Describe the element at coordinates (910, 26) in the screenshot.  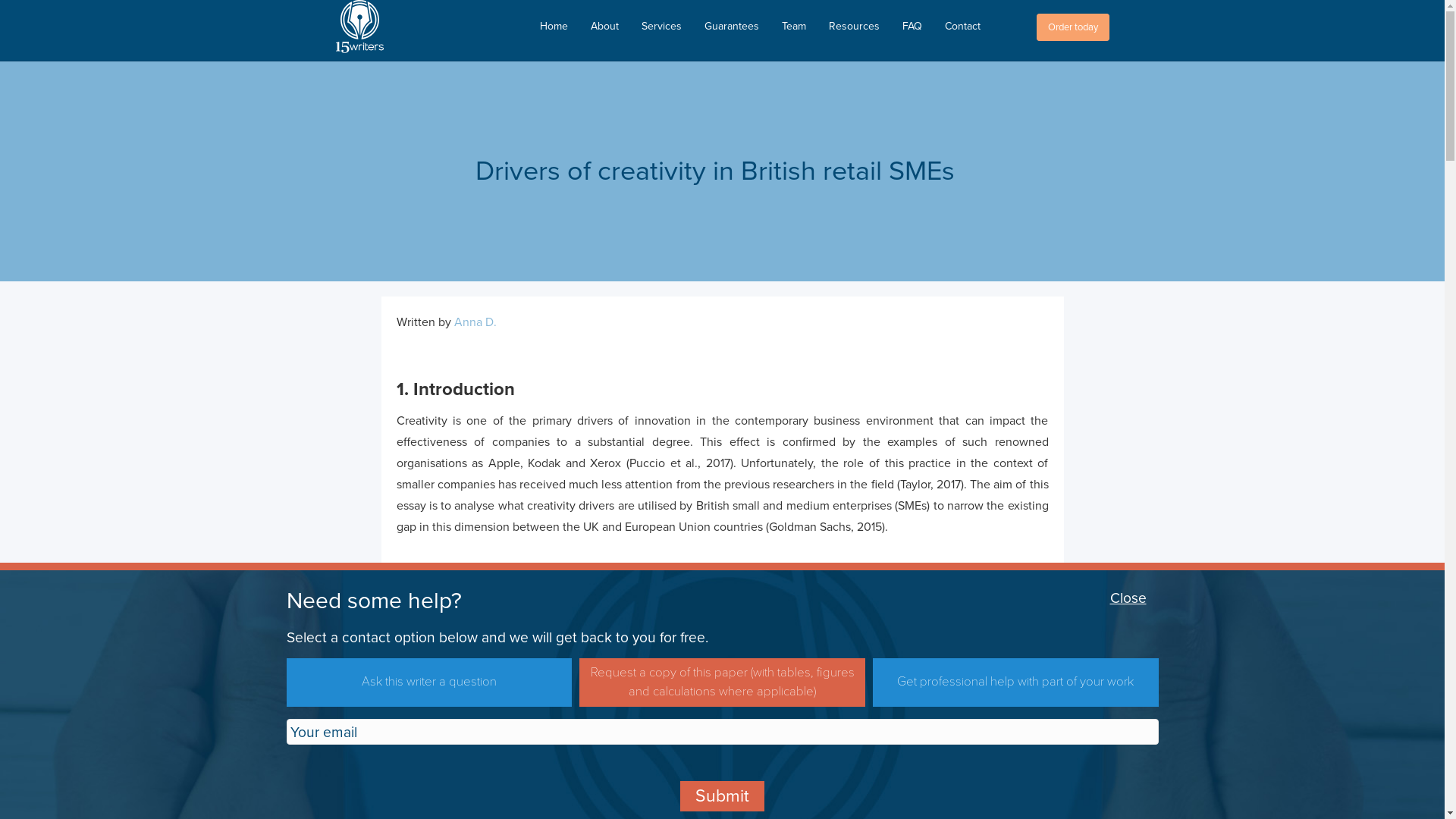
I see `'FAQ'` at that location.